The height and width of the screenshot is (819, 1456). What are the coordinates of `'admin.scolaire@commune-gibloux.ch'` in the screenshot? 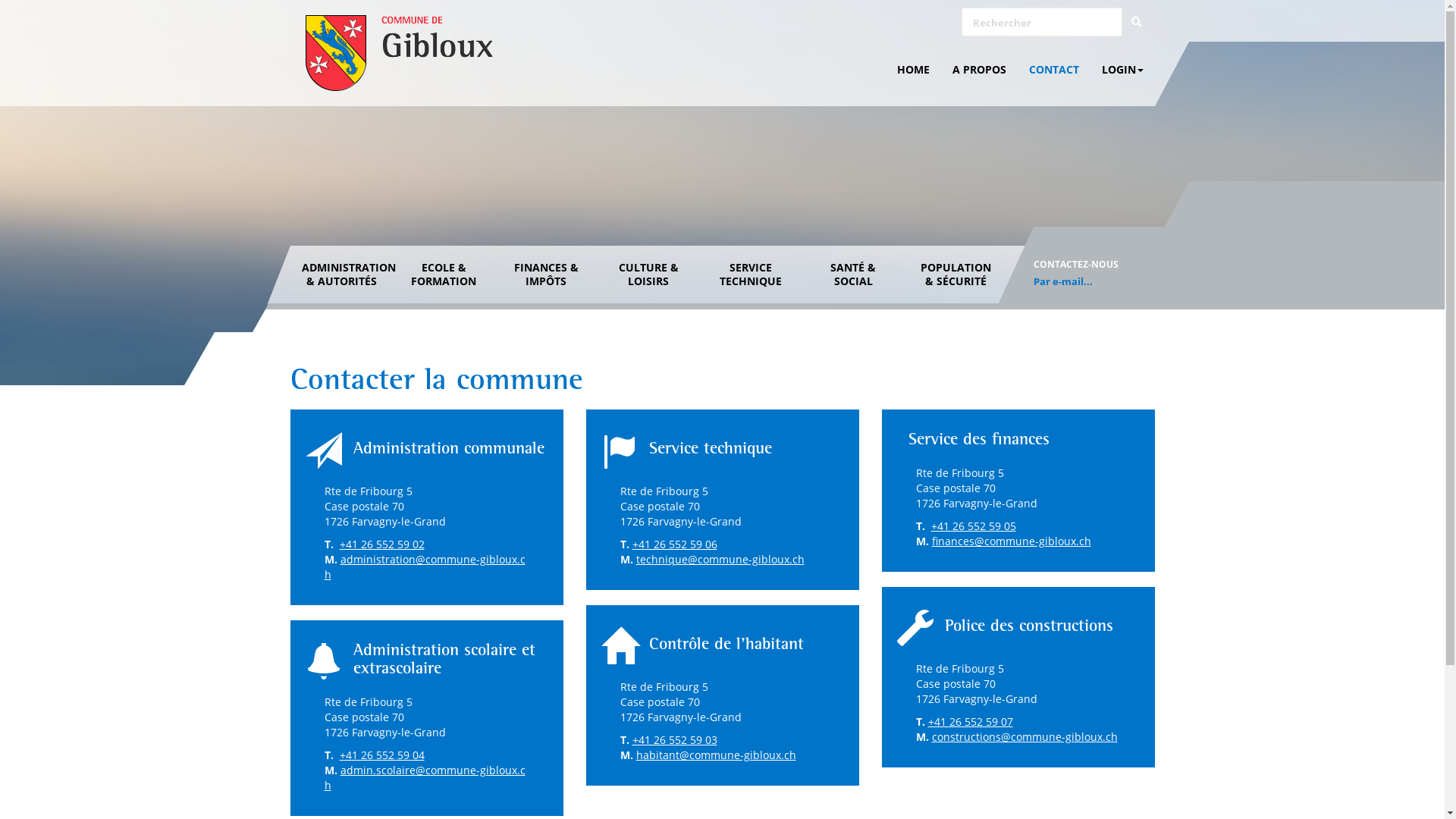 It's located at (425, 777).